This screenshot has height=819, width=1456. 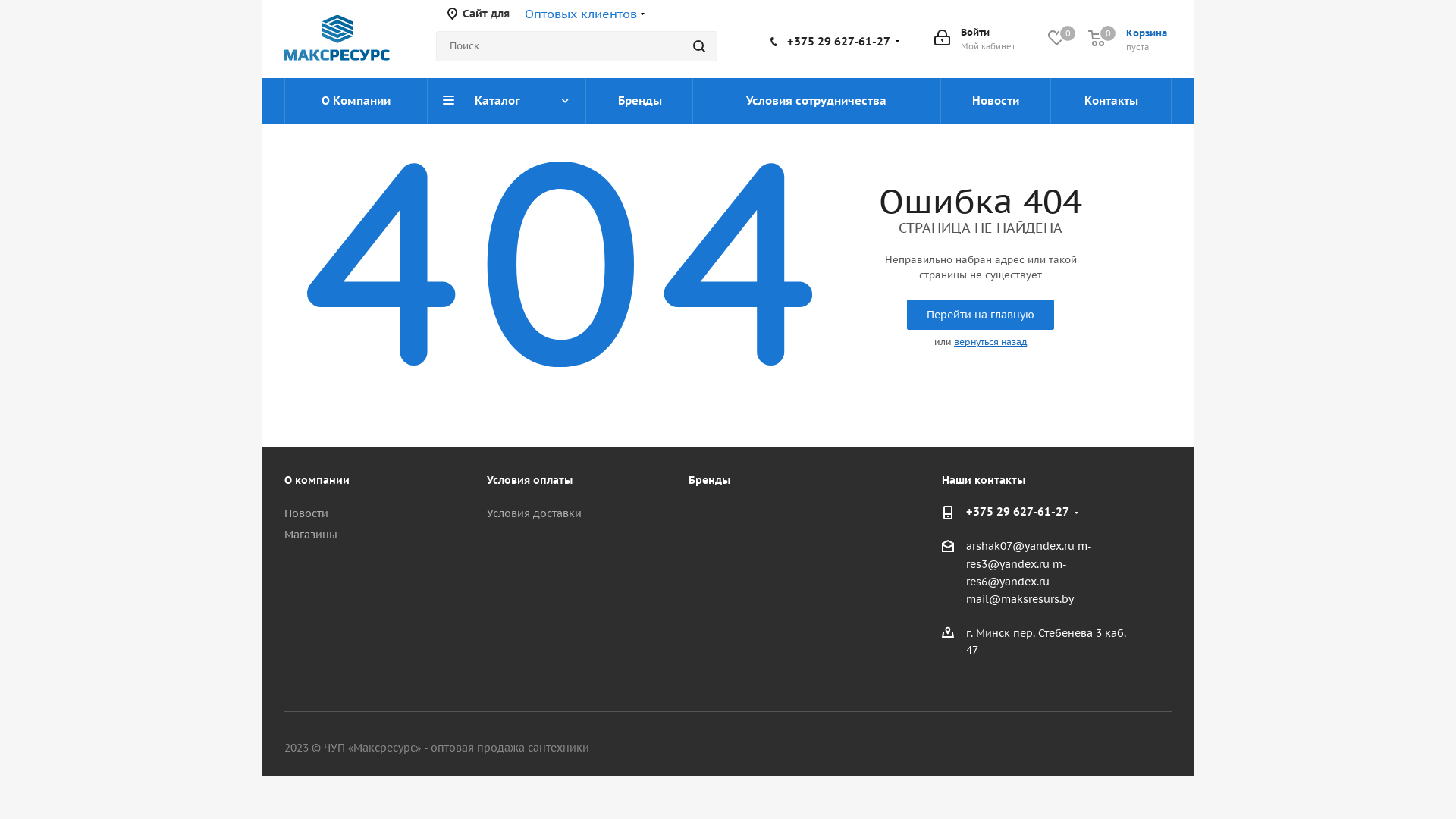 I want to click on 'arshak07@yandex.ru', so click(x=1020, y=547).